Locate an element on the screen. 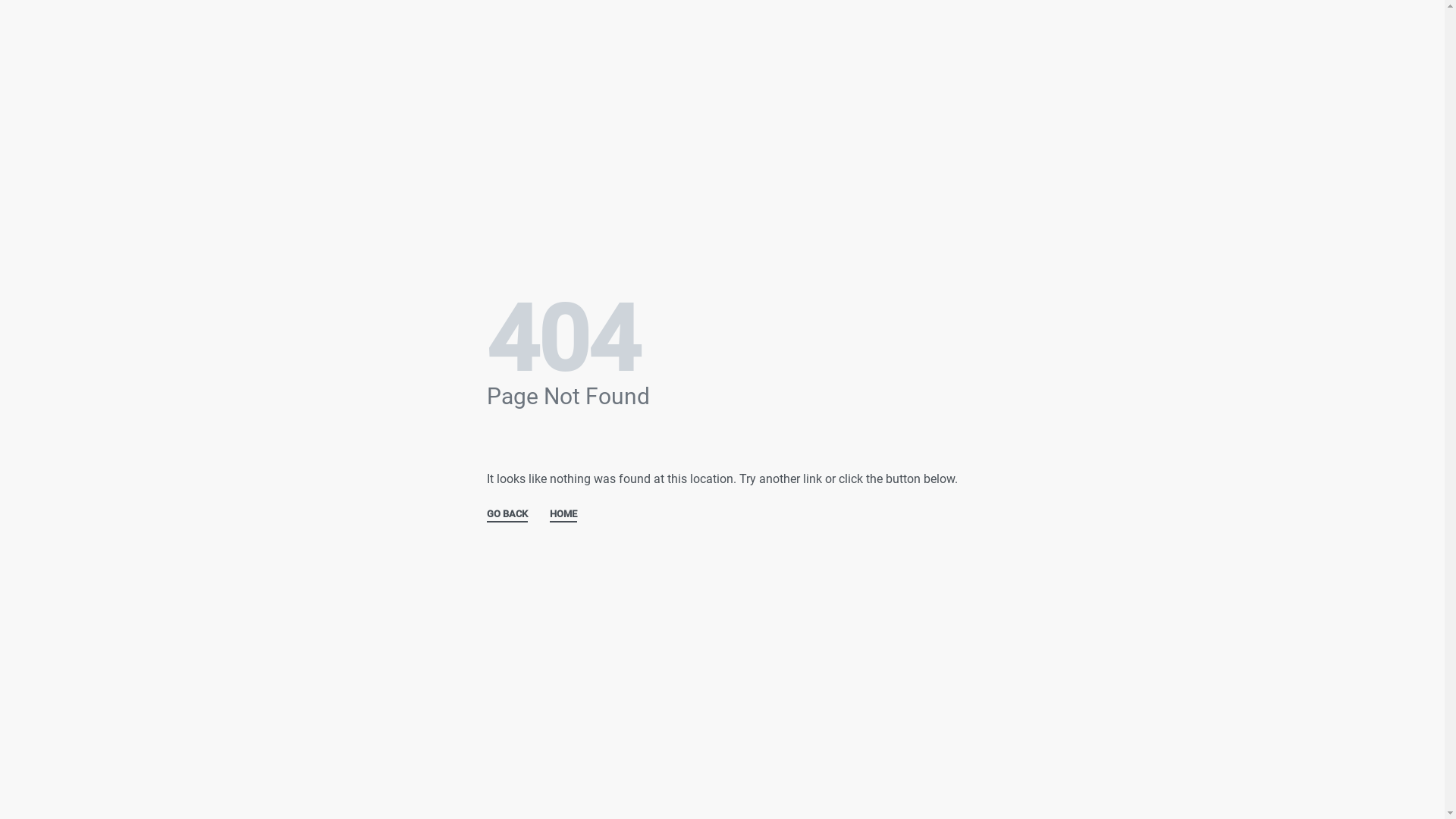 This screenshot has height=819, width=1456. 'HOME' is located at coordinates (548, 514).